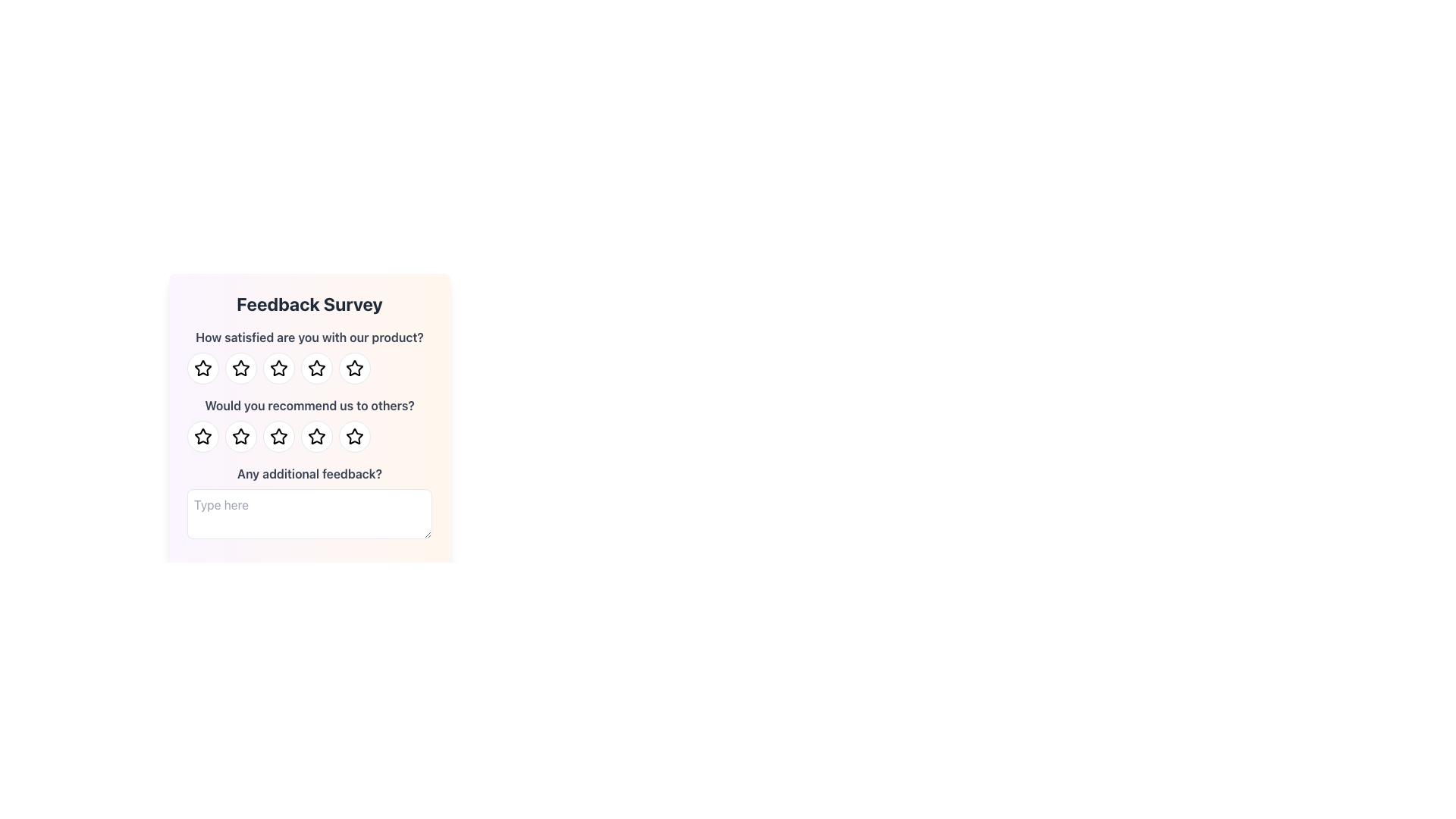  I want to click on the second star icon in the first row of star ratings, so click(240, 368).